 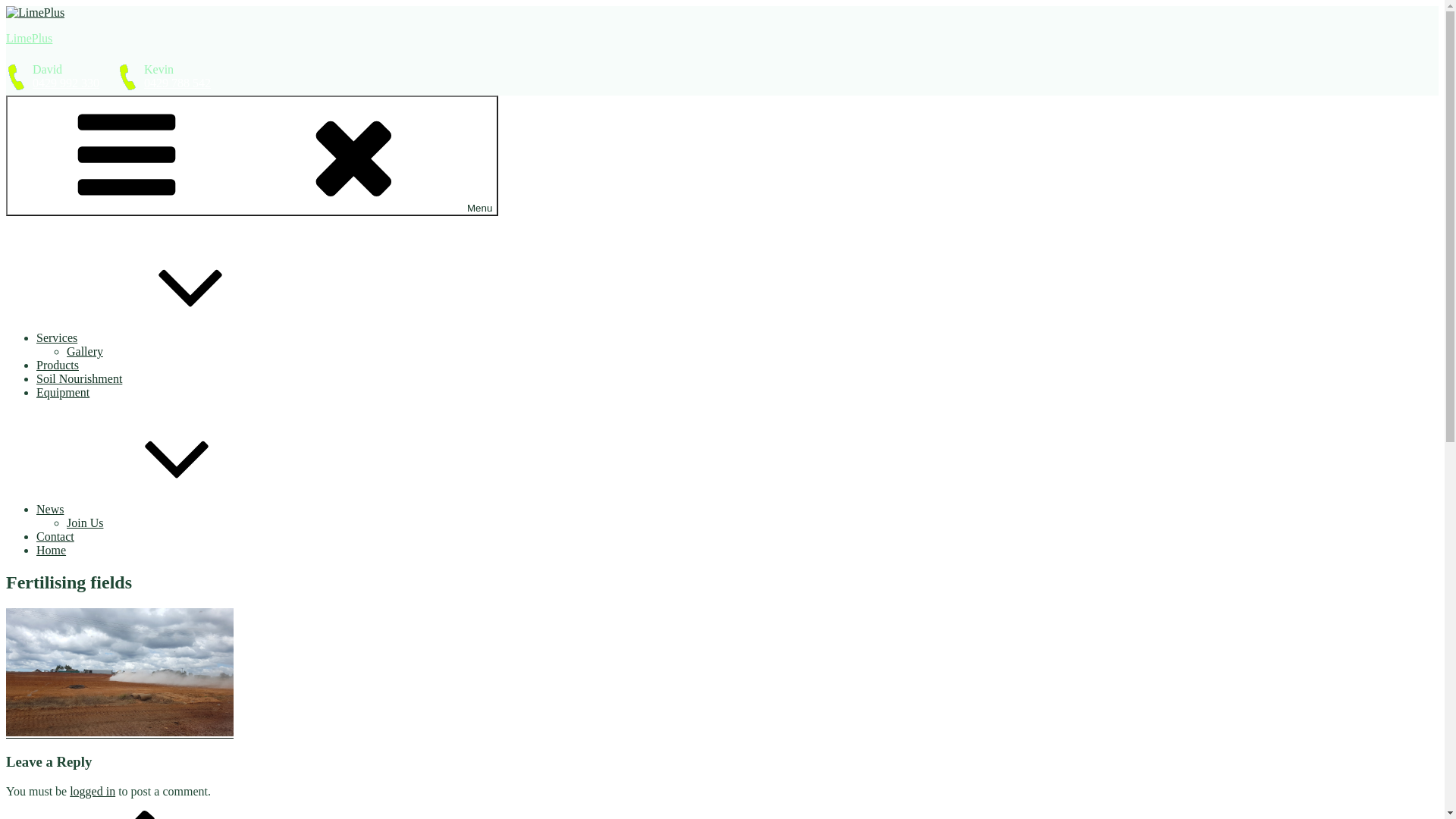 I want to click on 'News', so click(x=164, y=509).